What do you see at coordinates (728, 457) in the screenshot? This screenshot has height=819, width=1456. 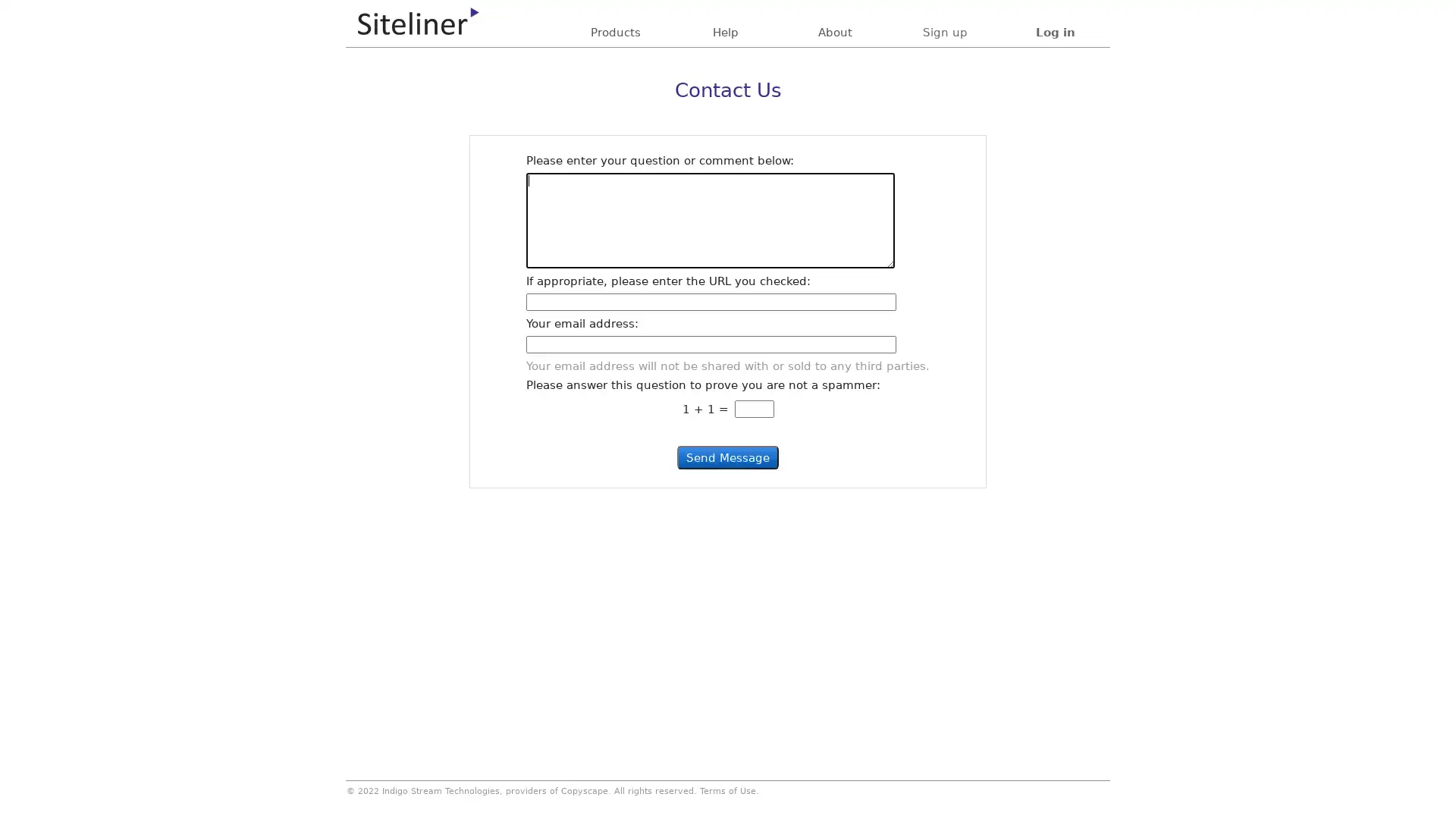 I see `Send Message` at bounding box center [728, 457].